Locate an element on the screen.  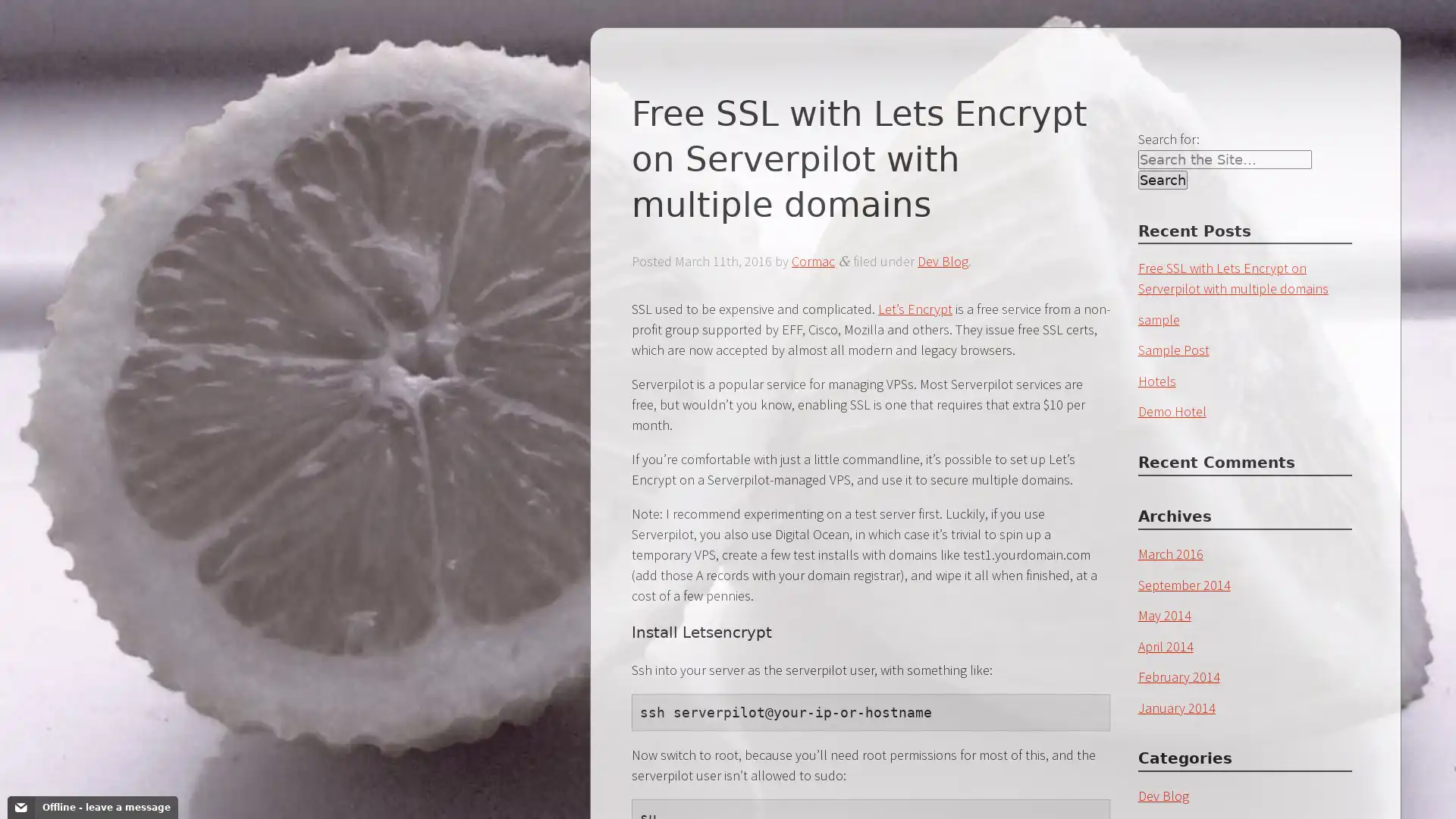
Search is located at coordinates (1161, 179).